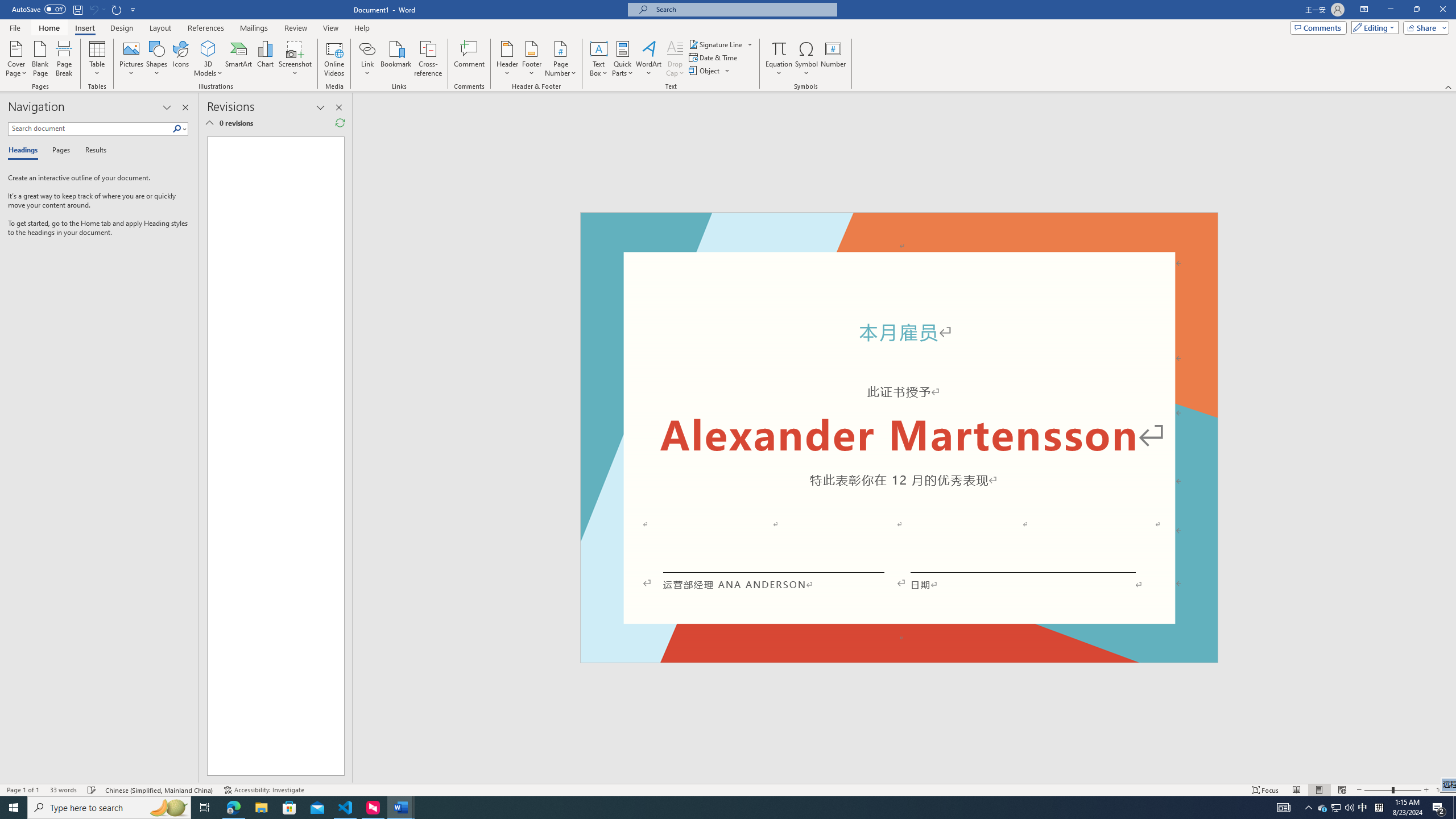  Describe the element at coordinates (622, 59) in the screenshot. I see `'Quick Parts'` at that location.